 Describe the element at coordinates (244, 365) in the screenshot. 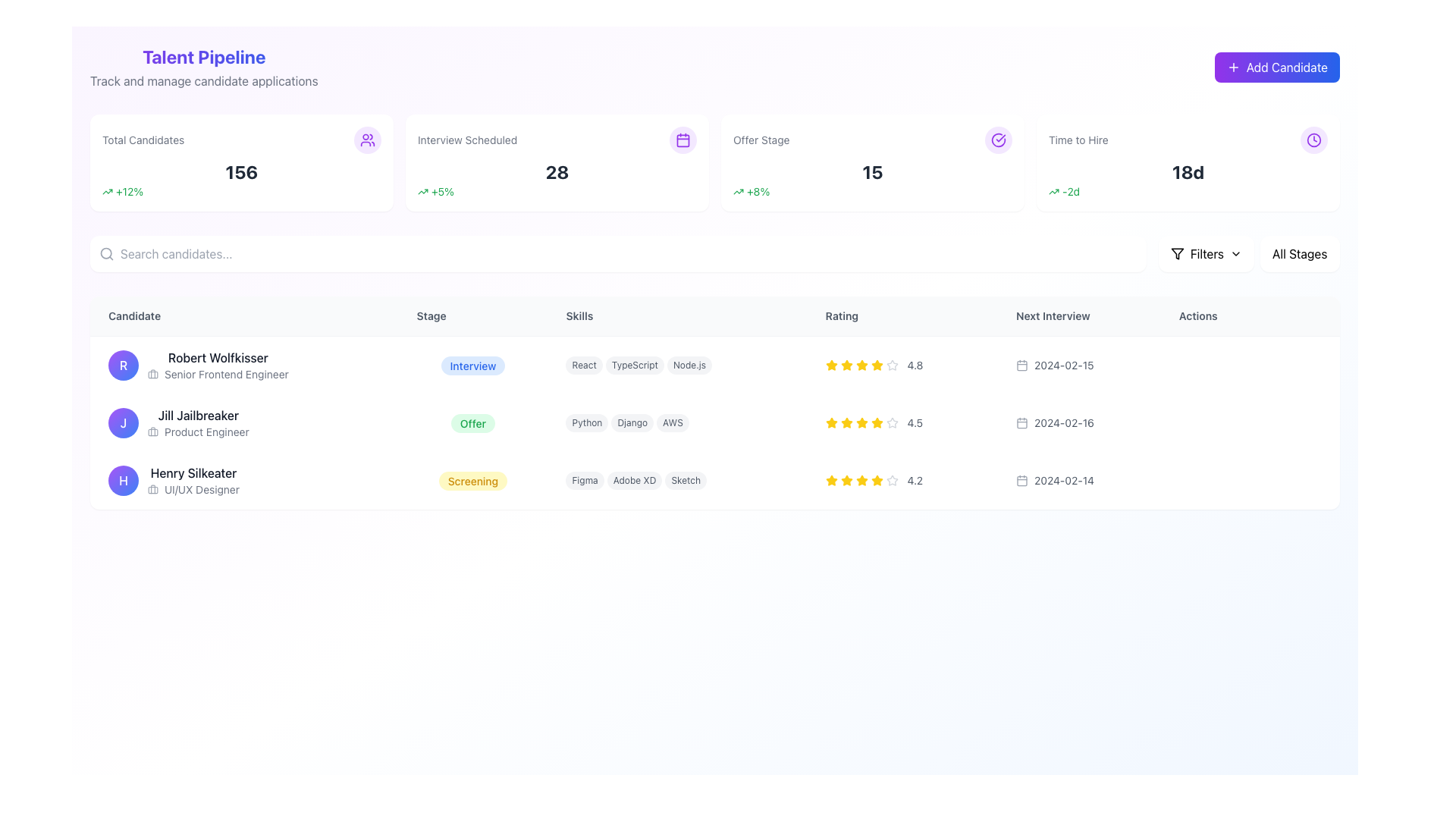

I see `the text label with the name 'Robert Wolfkisser' and the title 'Senior Frontend Engineer'` at that location.